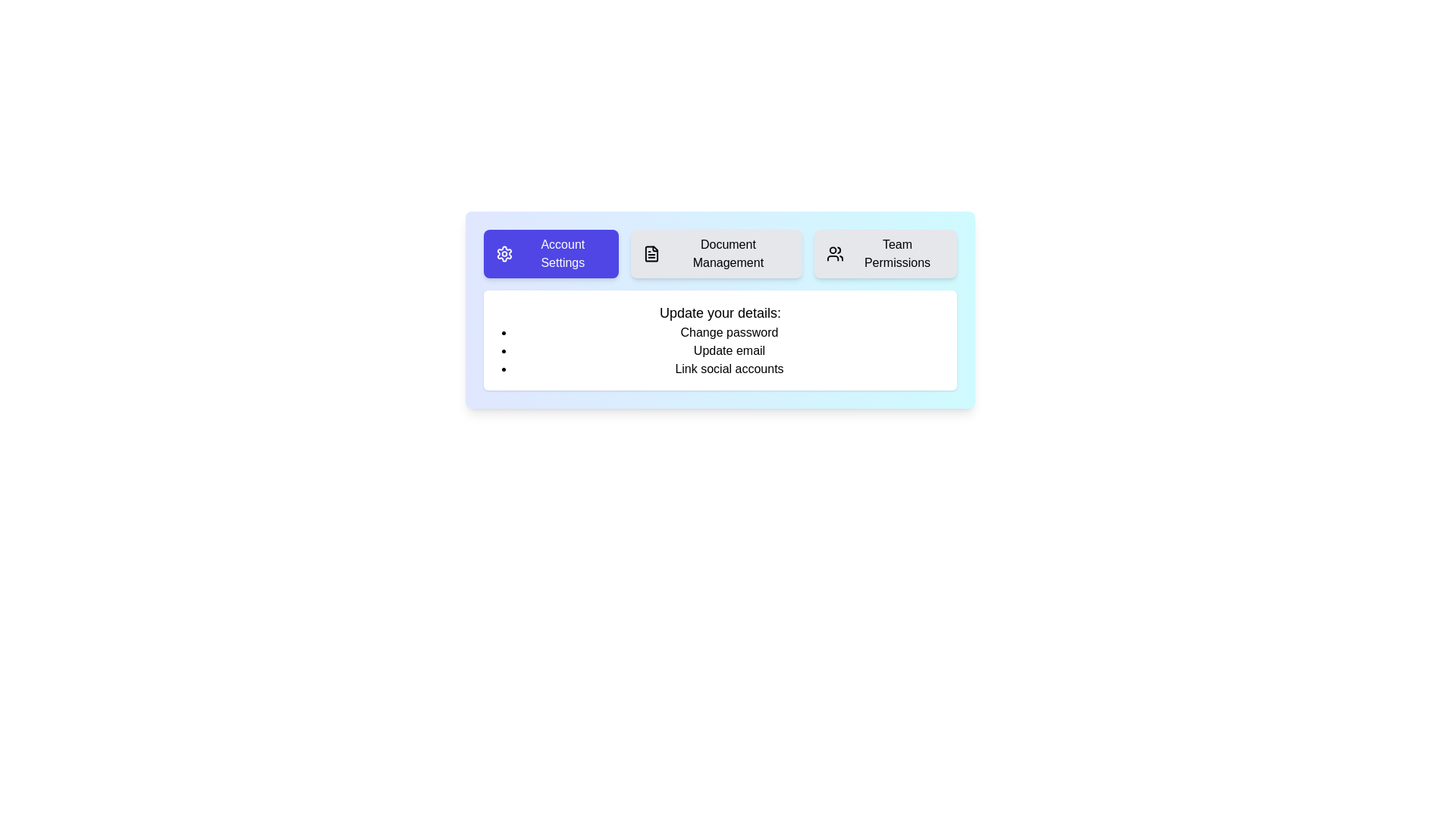 The width and height of the screenshot is (1456, 819). What do you see at coordinates (728, 253) in the screenshot?
I see `the 'Document Management' text label, which is the second item in the navigation group between 'Account Settings' and 'Team Permissions'` at bounding box center [728, 253].